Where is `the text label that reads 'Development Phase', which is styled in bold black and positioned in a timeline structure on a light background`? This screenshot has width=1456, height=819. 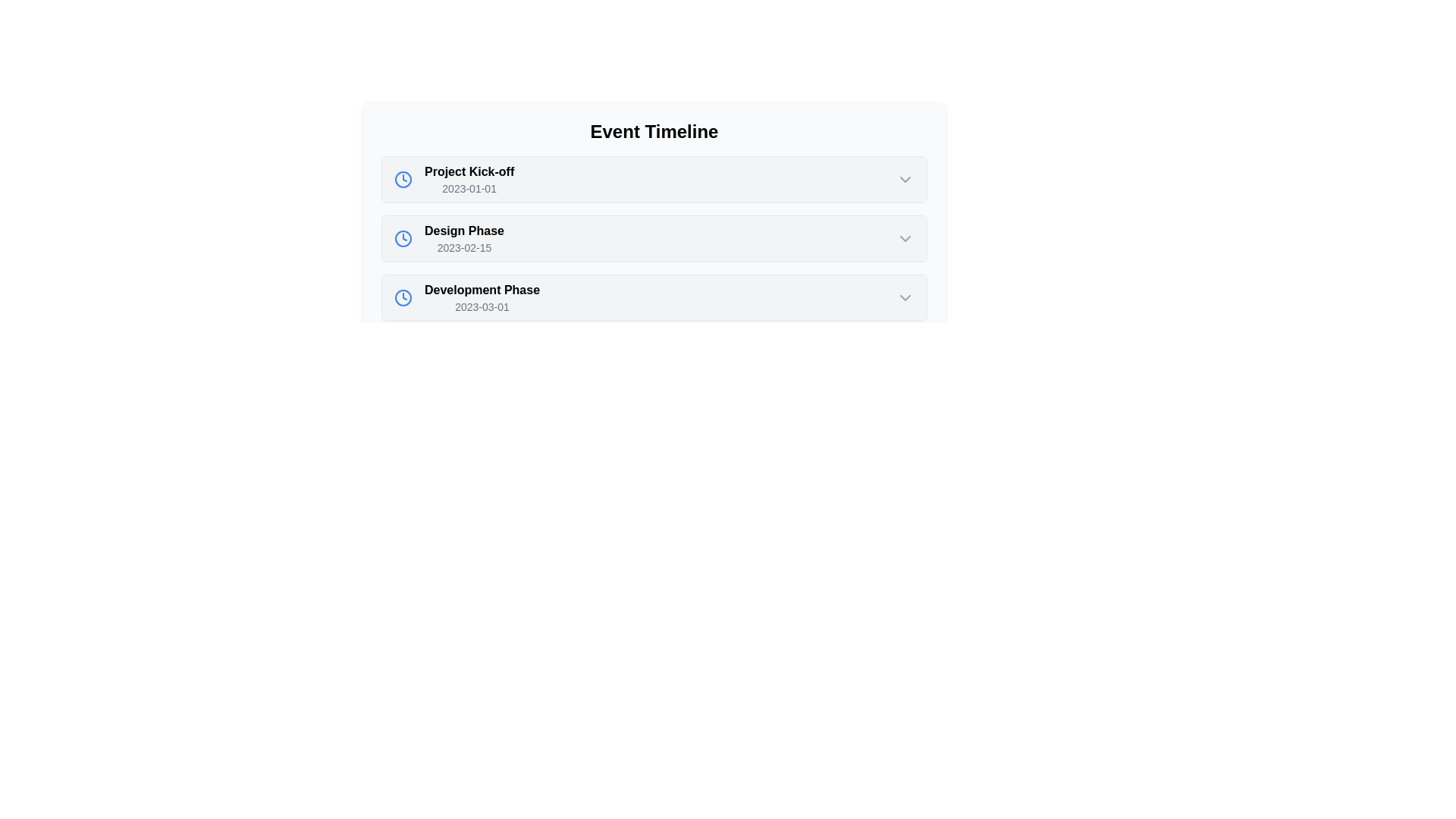 the text label that reads 'Development Phase', which is styled in bold black and positioned in a timeline structure on a light background is located at coordinates (482, 290).